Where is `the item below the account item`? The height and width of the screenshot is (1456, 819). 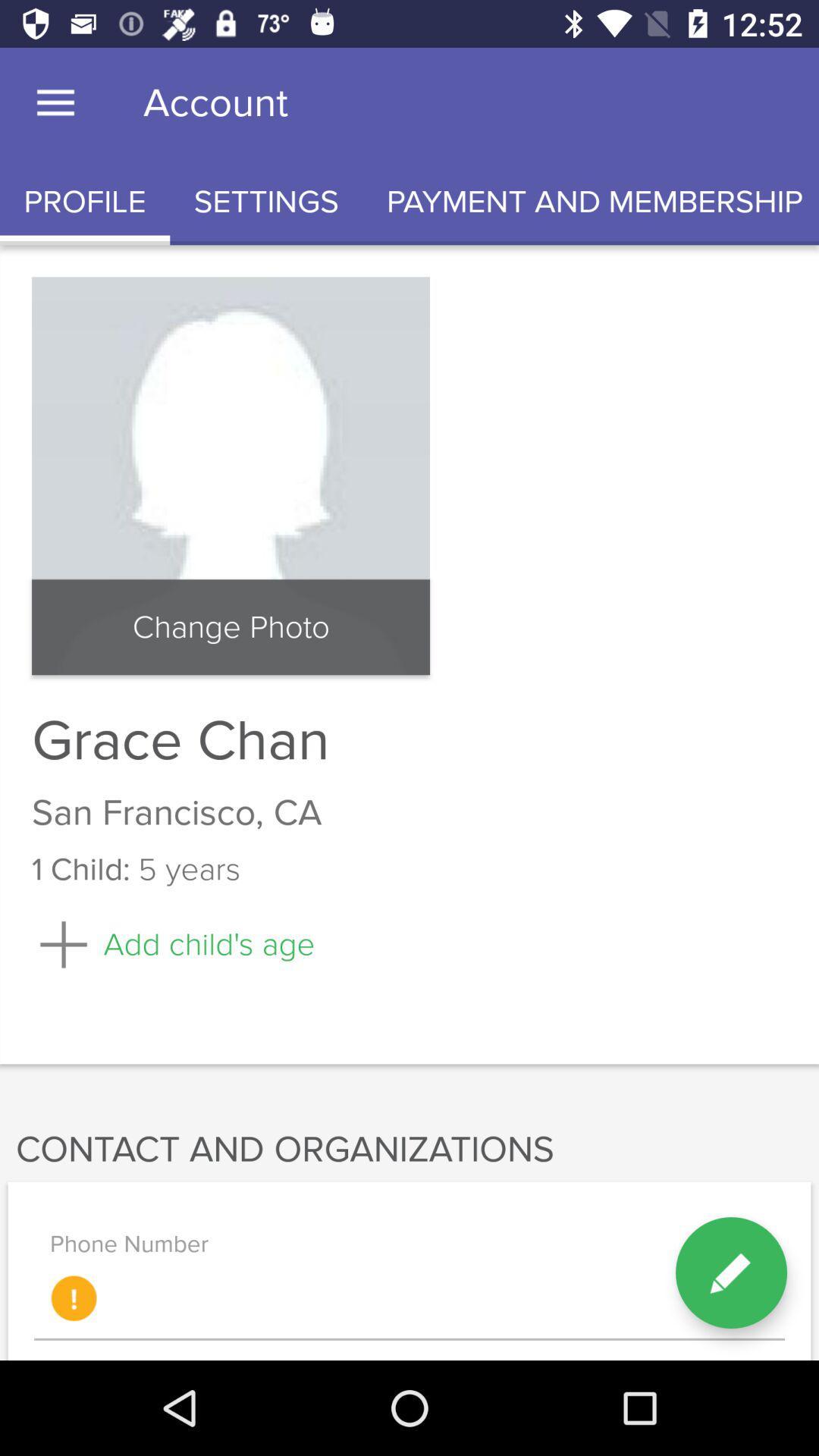 the item below the account item is located at coordinates (265, 201).